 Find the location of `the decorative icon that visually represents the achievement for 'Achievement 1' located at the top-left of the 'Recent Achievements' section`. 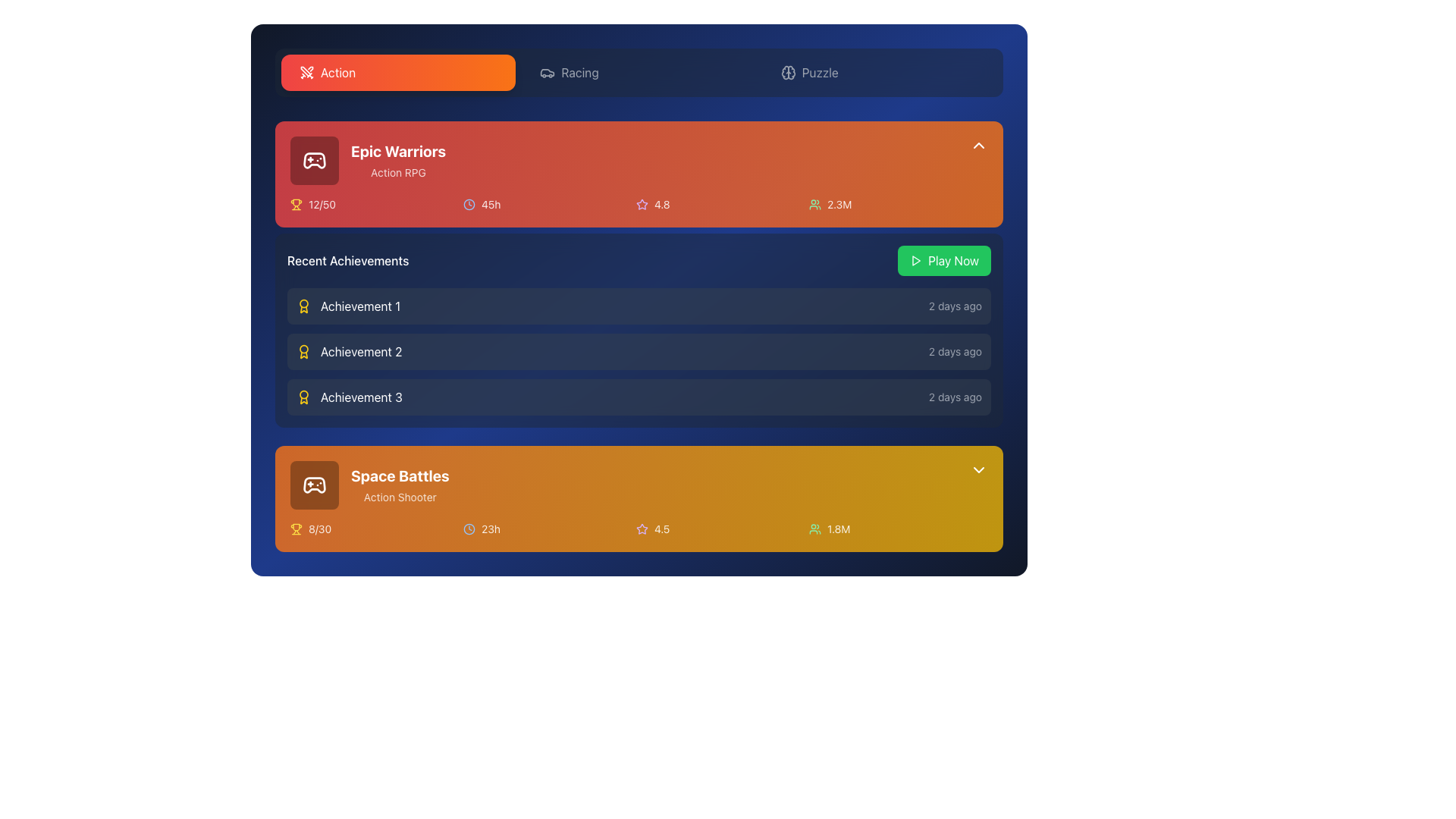

the decorative icon that visually represents the achievement for 'Achievement 1' located at the top-left of the 'Recent Achievements' section is located at coordinates (303, 306).